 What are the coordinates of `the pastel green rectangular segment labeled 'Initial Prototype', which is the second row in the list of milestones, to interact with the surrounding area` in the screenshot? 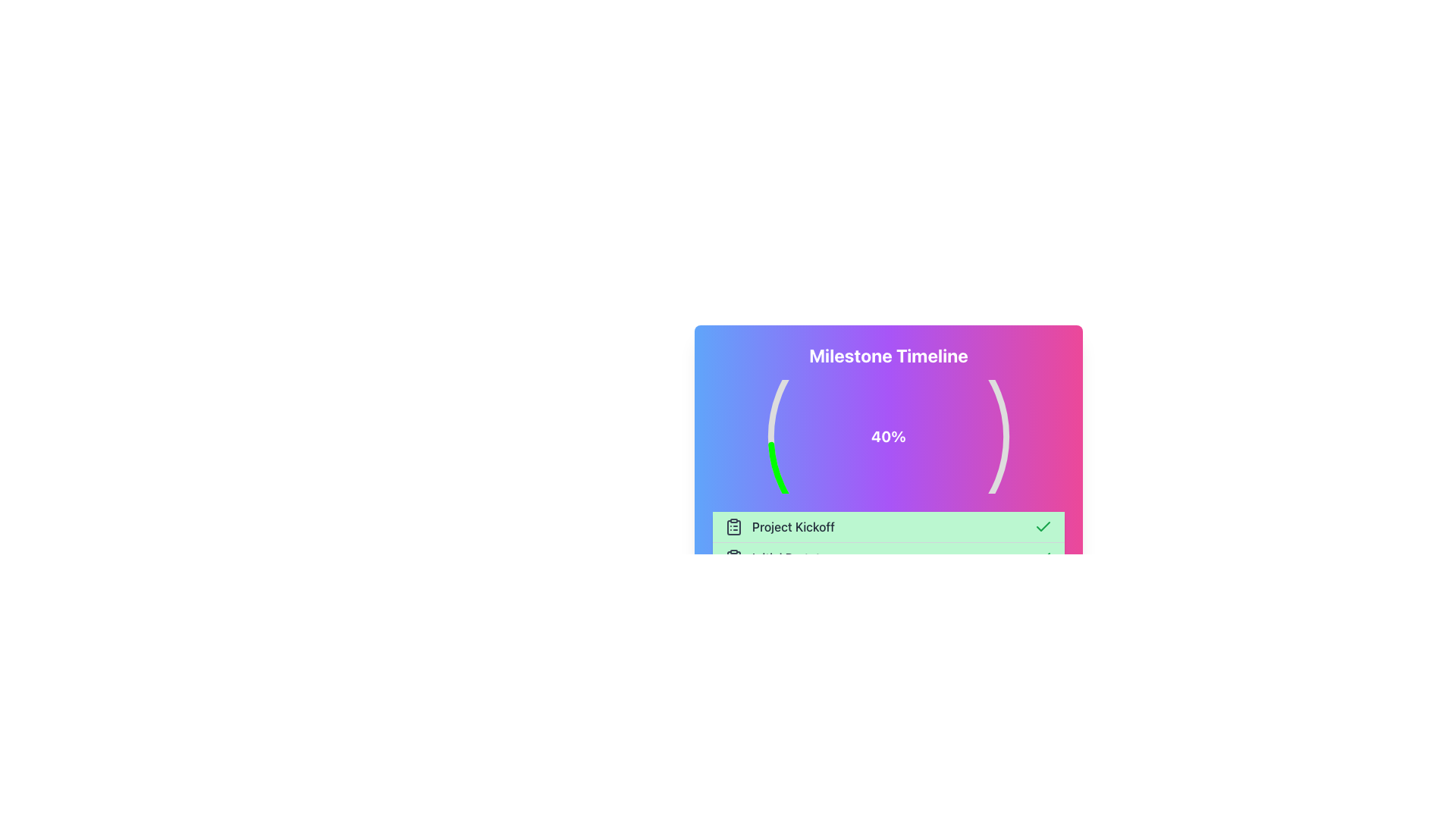 It's located at (888, 558).